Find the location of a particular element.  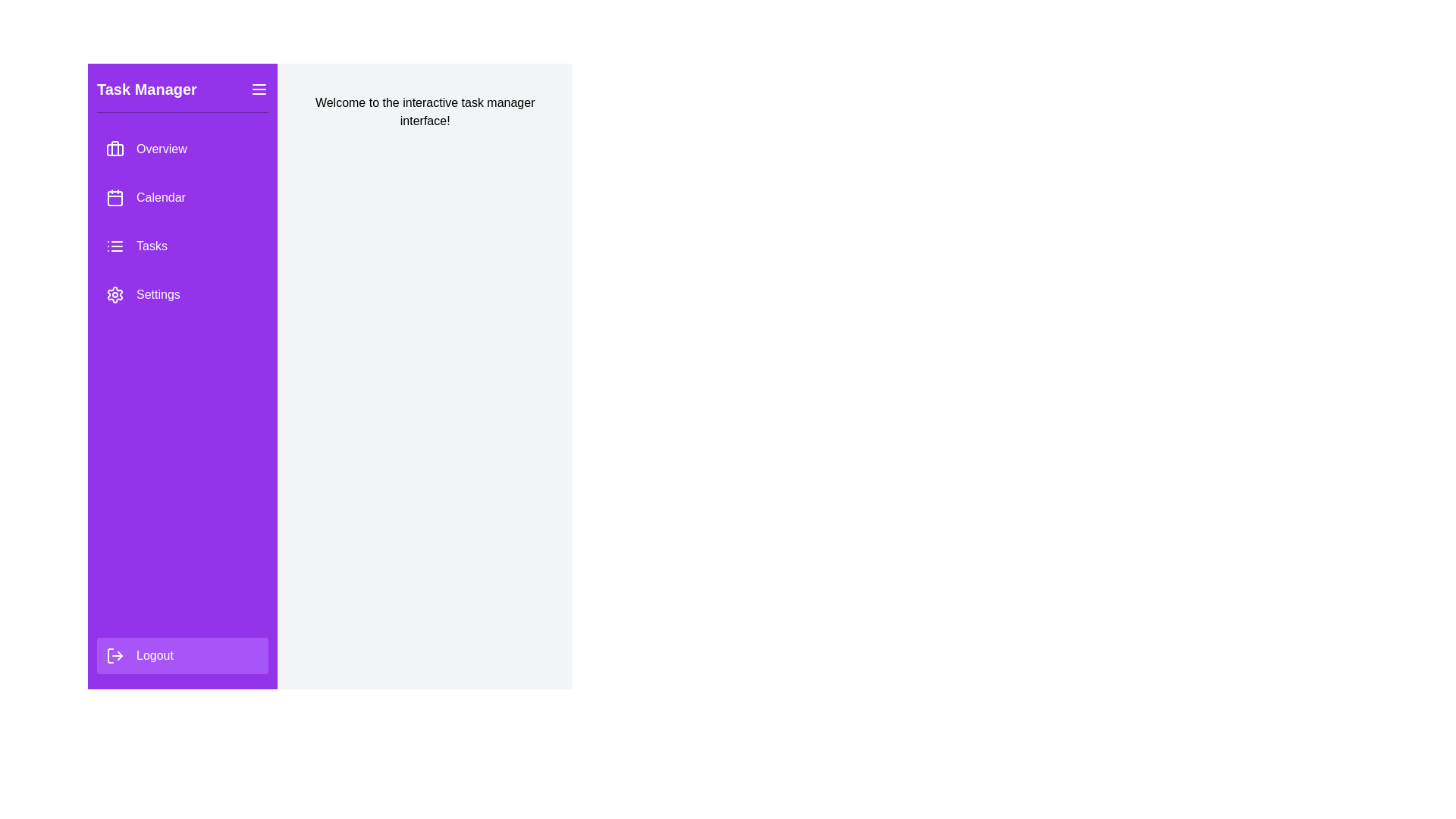

the menu option Settings from the Task Management Drawer is located at coordinates (182, 295).